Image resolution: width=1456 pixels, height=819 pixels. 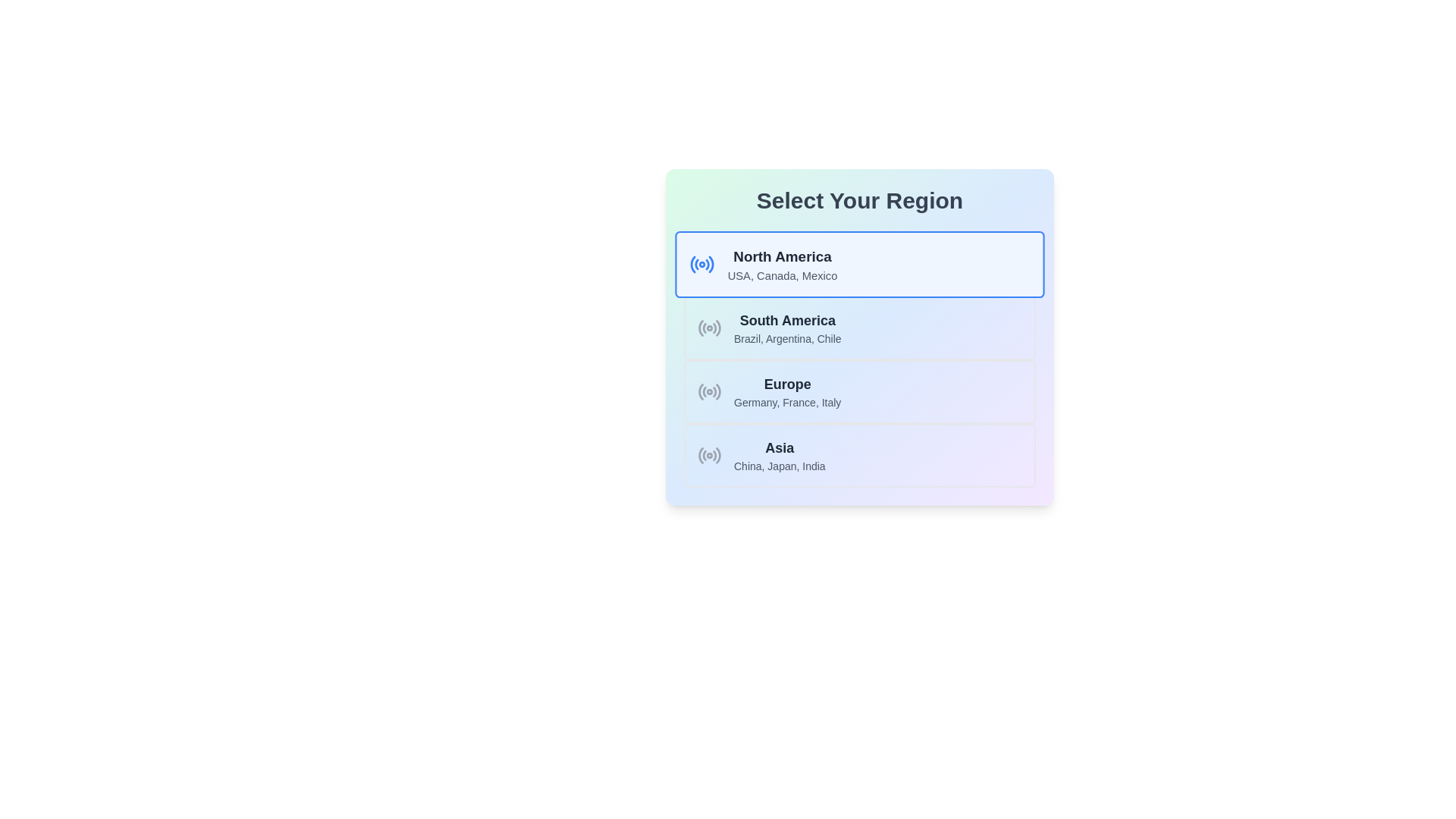 What do you see at coordinates (780, 447) in the screenshot?
I see `label 'Asia' in the 'Select Your Region' panel, which is the first line of text indicating a selectable region` at bounding box center [780, 447].